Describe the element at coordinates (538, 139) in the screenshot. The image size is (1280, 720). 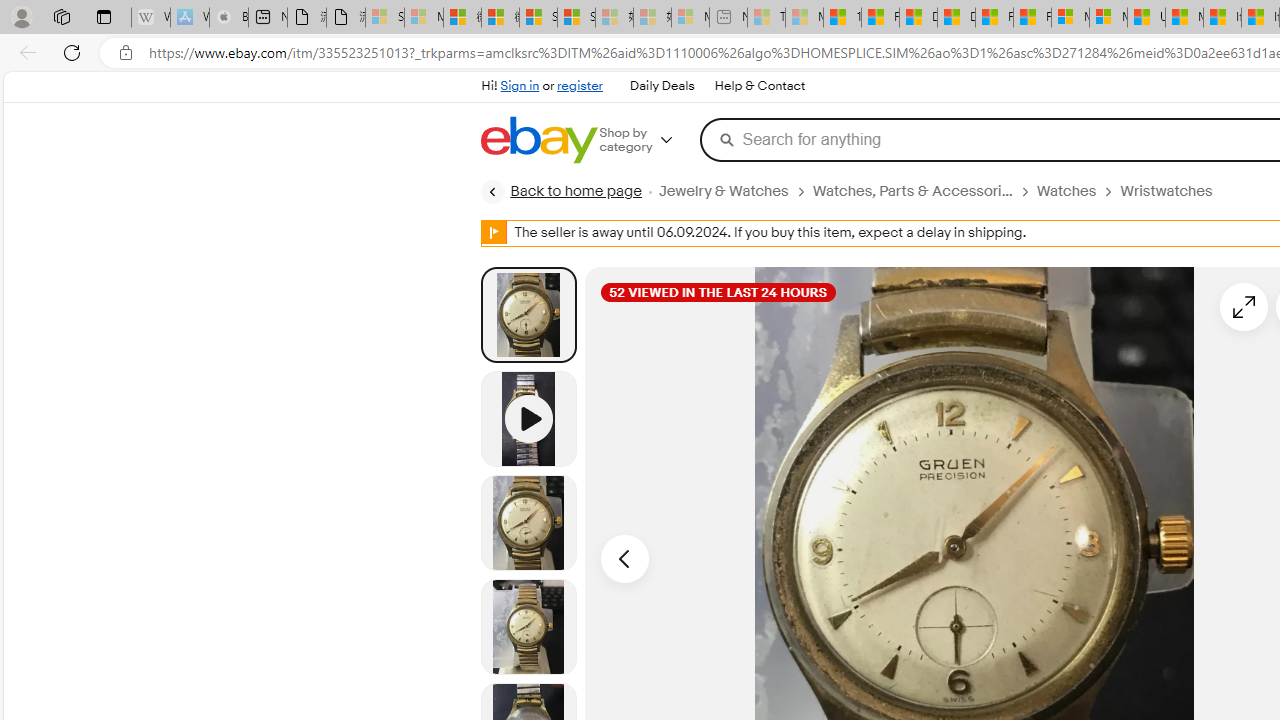
I see `'eBay Home'` at that location.